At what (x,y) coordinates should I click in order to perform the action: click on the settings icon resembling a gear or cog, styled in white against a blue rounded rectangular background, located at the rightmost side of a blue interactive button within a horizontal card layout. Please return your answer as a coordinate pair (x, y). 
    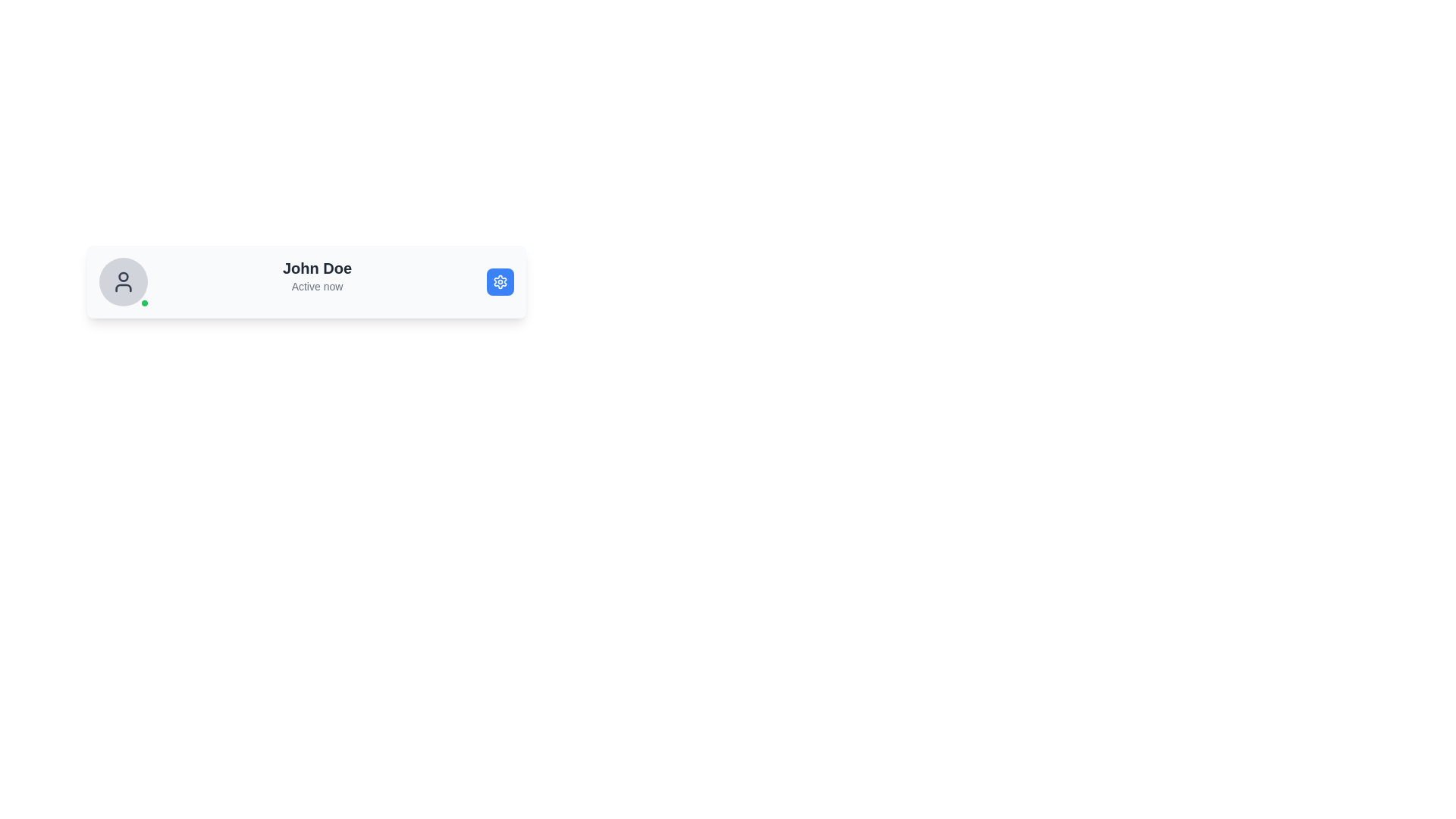
    Looking at the image, I should click on (500, 281).